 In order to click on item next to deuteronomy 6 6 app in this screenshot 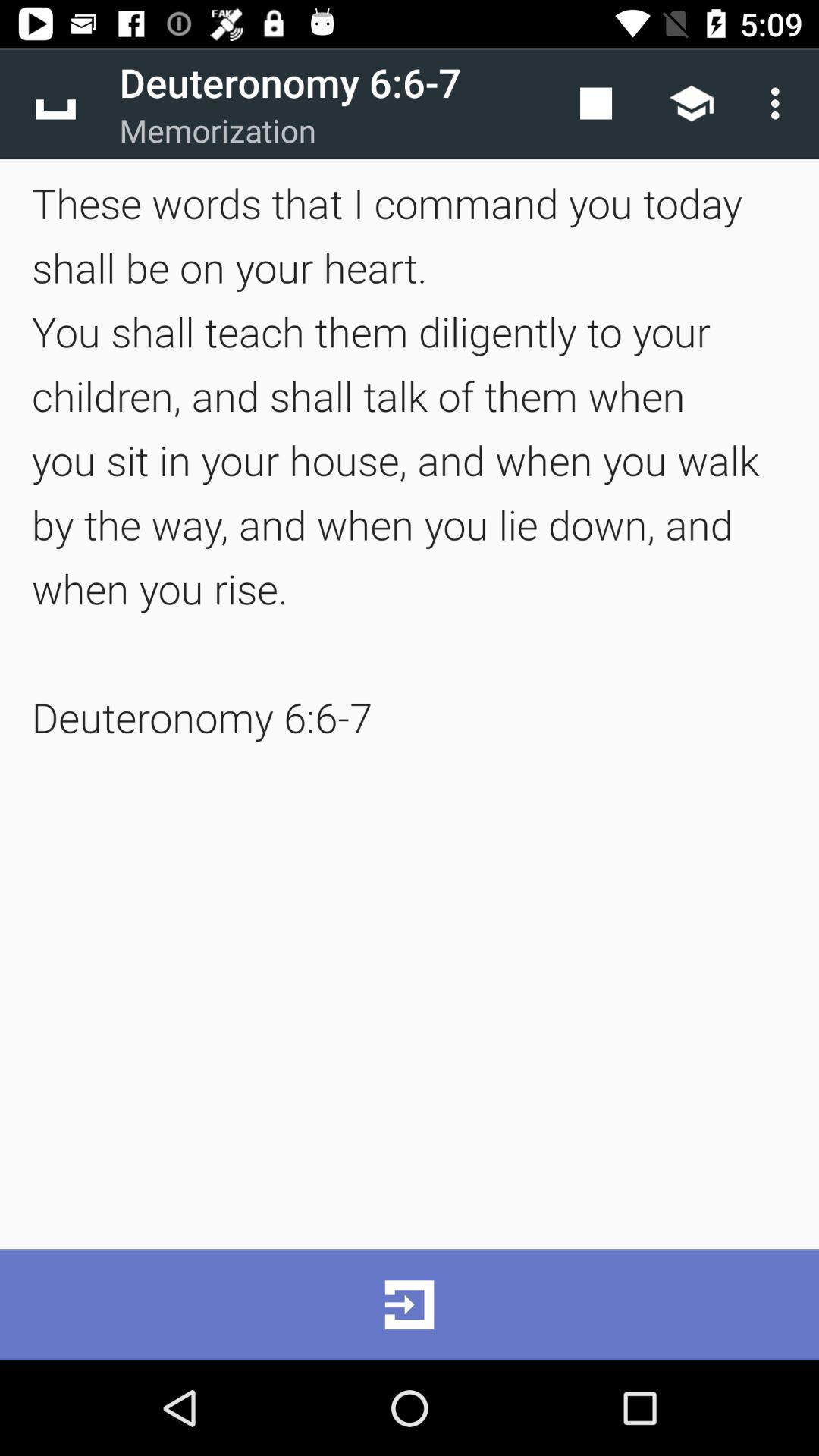, I will do `click(595, 102)`.